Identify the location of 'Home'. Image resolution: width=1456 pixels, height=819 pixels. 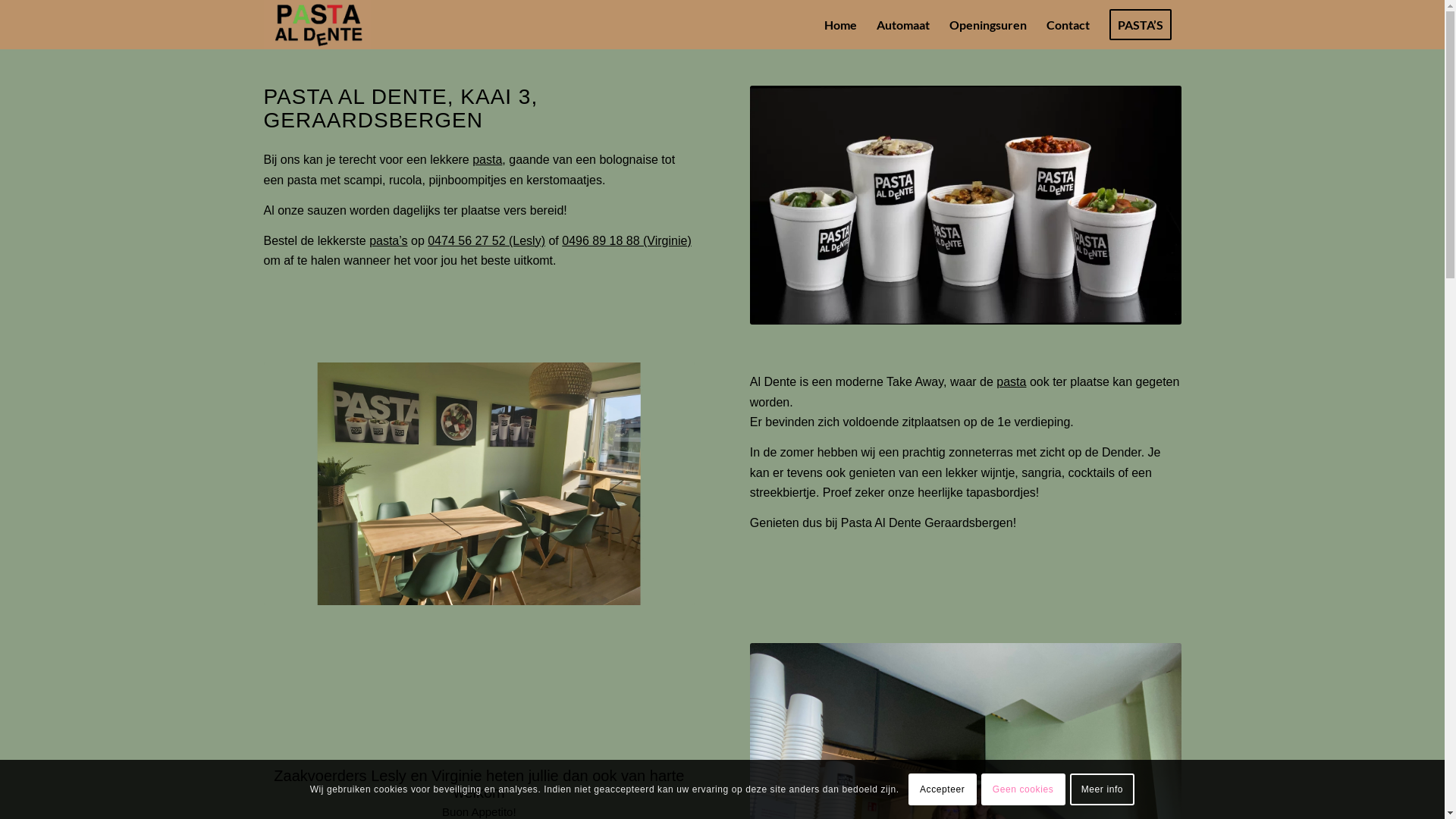
(839, 24).